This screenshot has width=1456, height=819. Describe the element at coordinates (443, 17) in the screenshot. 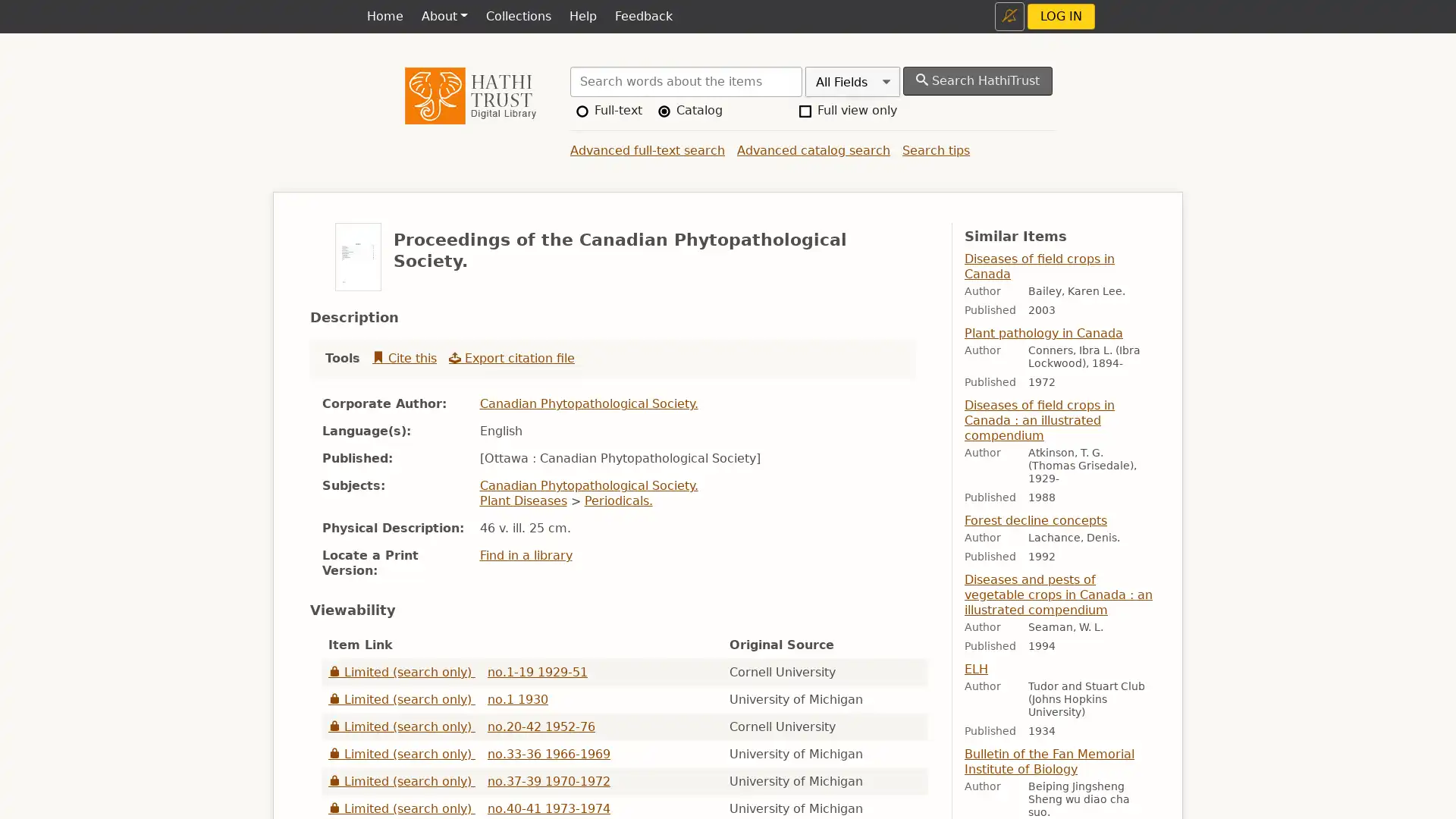

I see `About` at that location.